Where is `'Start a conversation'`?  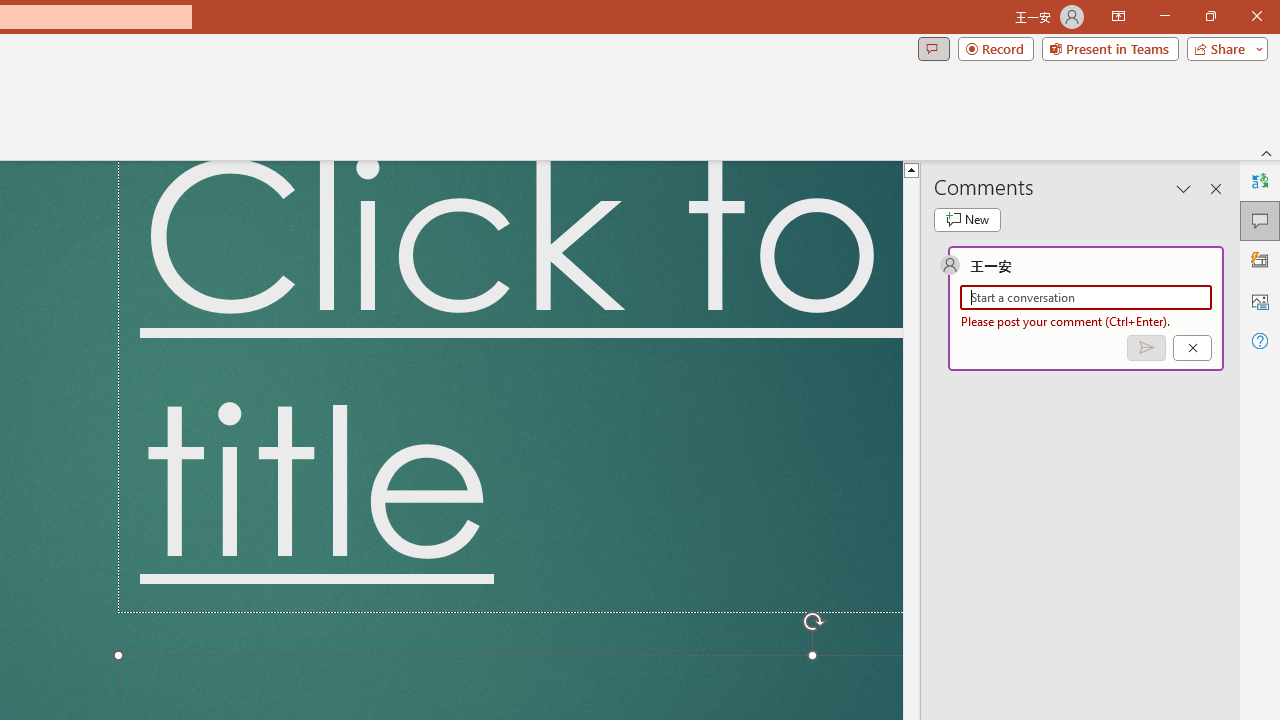
'Start a conversation' is located at coordinates (1085, 297).